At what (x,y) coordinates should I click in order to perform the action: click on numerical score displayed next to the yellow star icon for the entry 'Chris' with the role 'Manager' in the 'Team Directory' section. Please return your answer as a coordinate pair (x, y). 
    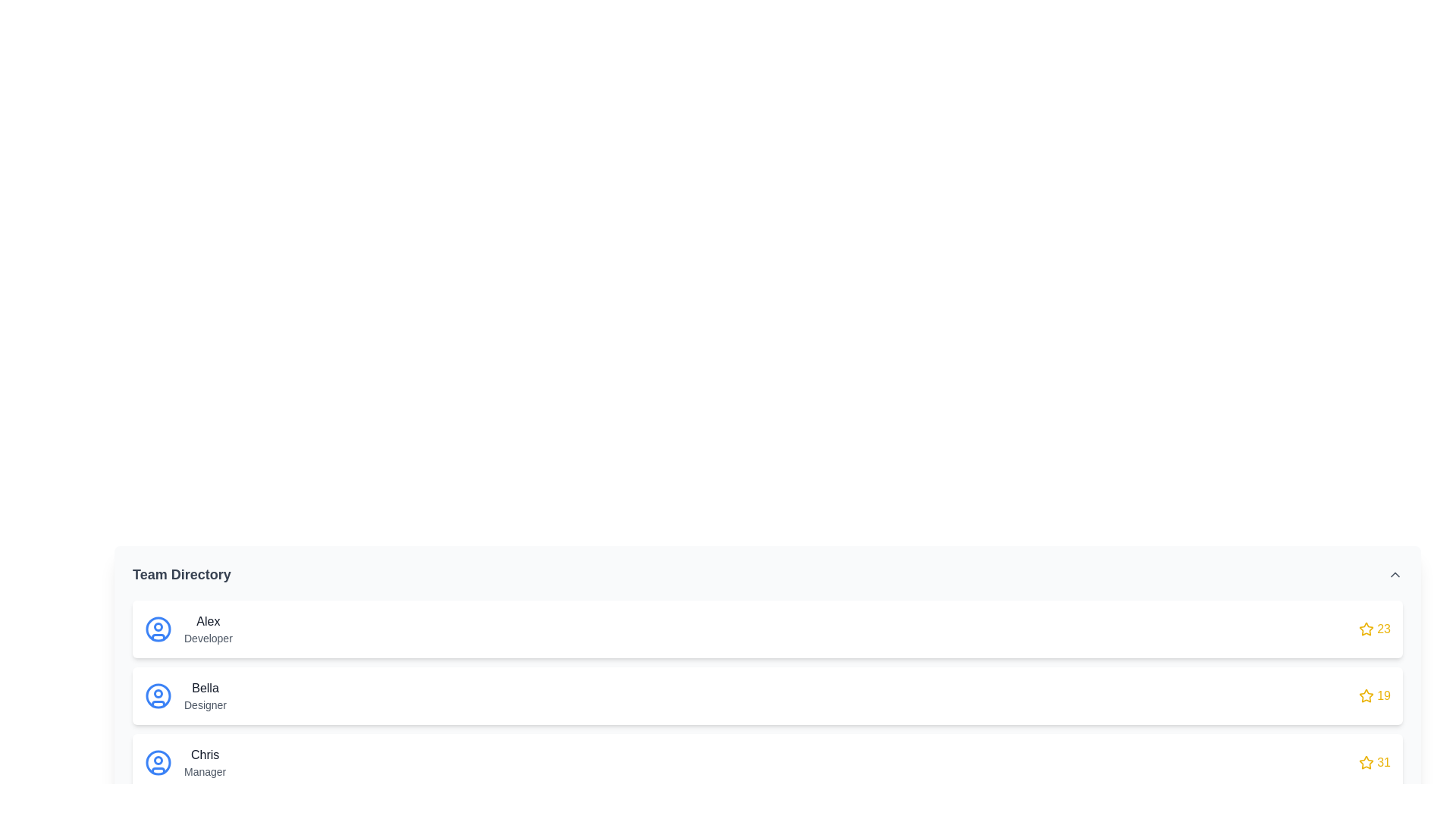
    Looking at the image, I should click on (1384, 763).